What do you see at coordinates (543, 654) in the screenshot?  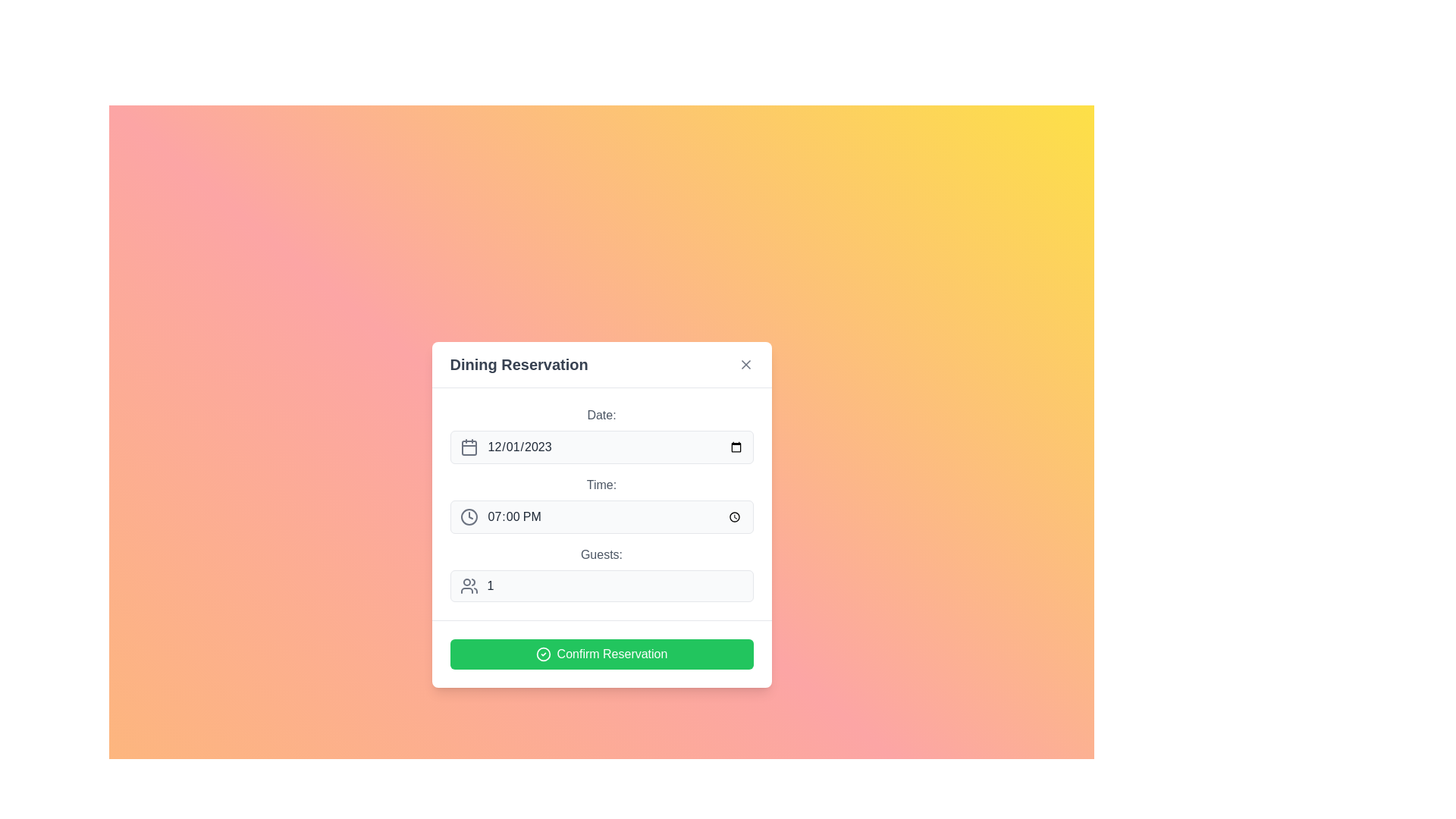 I see `the confirmation icon located at the center-left side of the 'Confirm Reservation' button, which indicates a positive action` at bounding box center [543, 654].